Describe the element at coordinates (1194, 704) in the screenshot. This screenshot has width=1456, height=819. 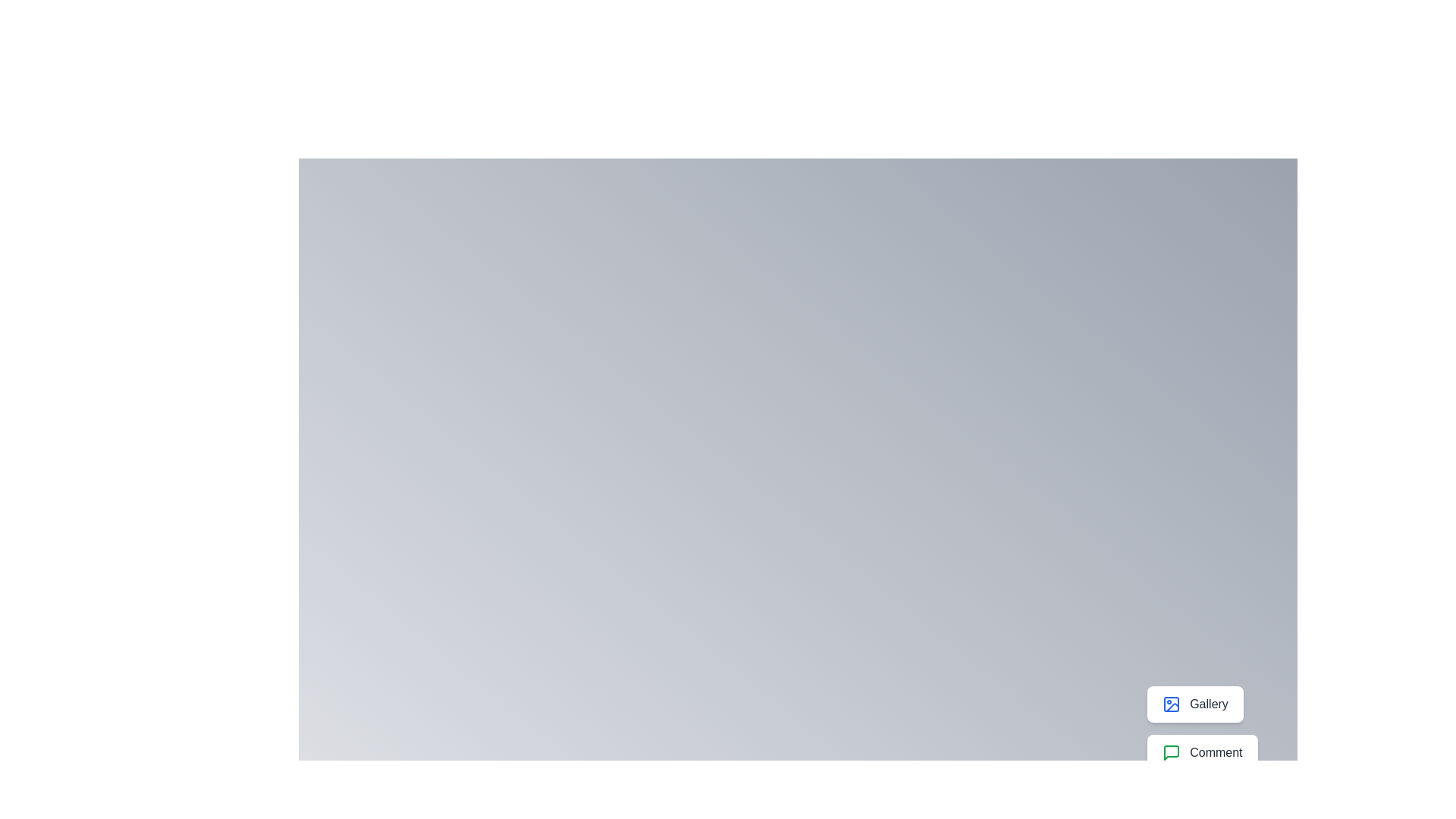
I see `the Gallery button in the EnhancedSpeedDial menu` at that location.